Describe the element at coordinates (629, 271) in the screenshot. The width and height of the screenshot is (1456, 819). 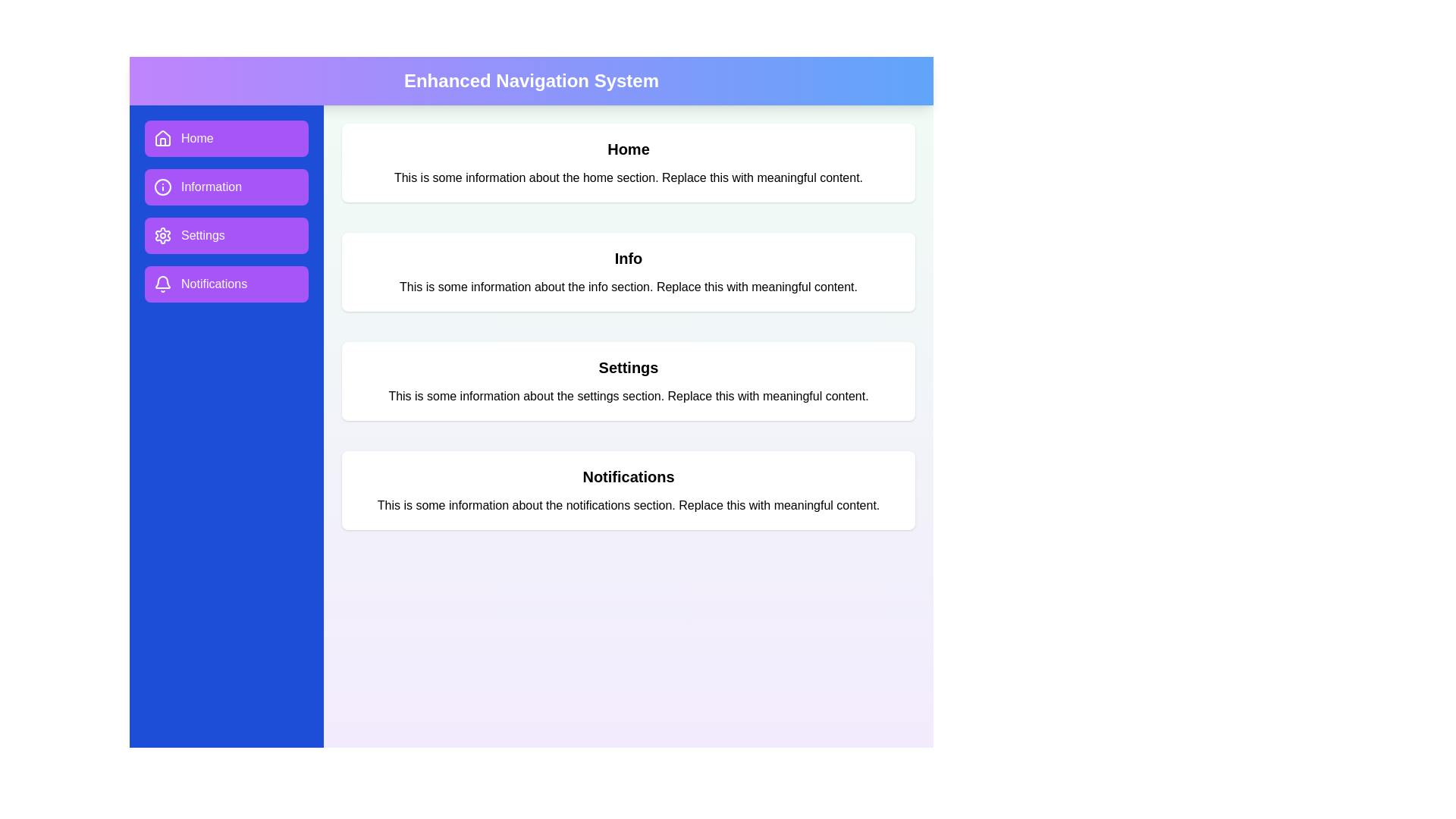
I see `the Static content card, which is the second card in a vertical list layout, positioned below the 'Home' card and above the 'Settings' card` at that location.